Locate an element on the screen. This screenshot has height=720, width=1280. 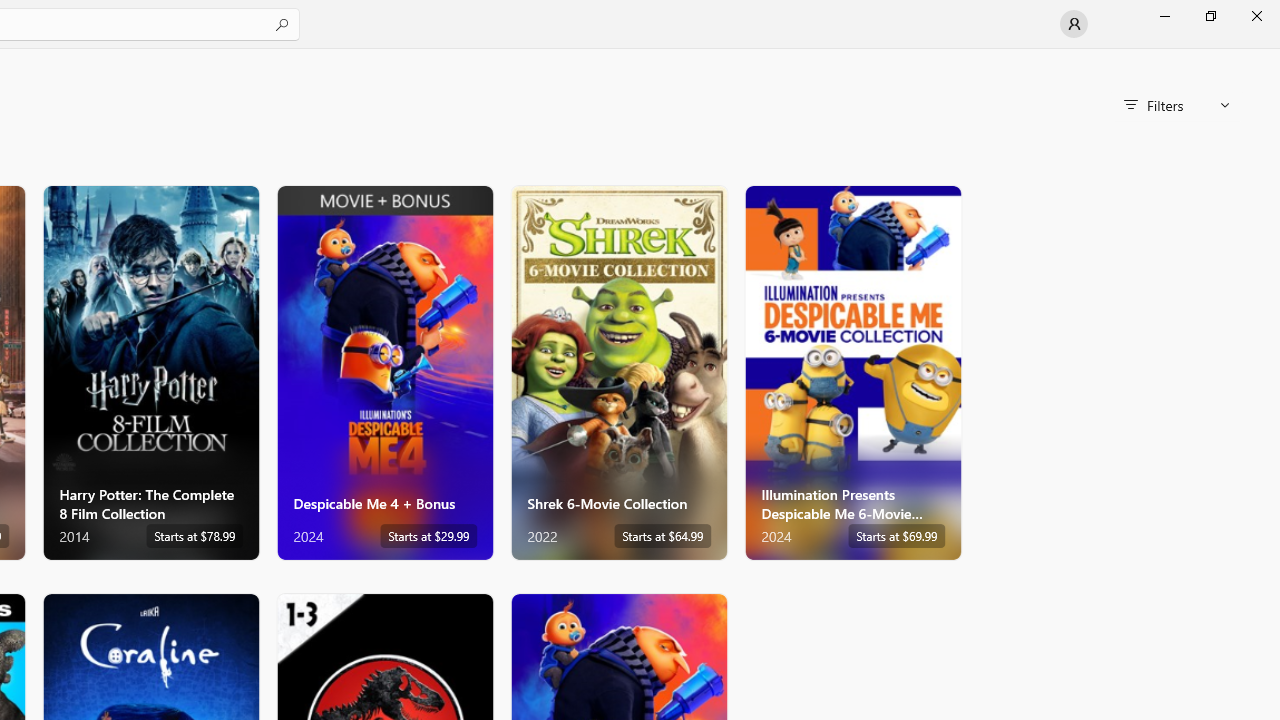
'Despicable Me 4 + Bonus. Starts at $29.99  ' is located at coordinates (385, 372).